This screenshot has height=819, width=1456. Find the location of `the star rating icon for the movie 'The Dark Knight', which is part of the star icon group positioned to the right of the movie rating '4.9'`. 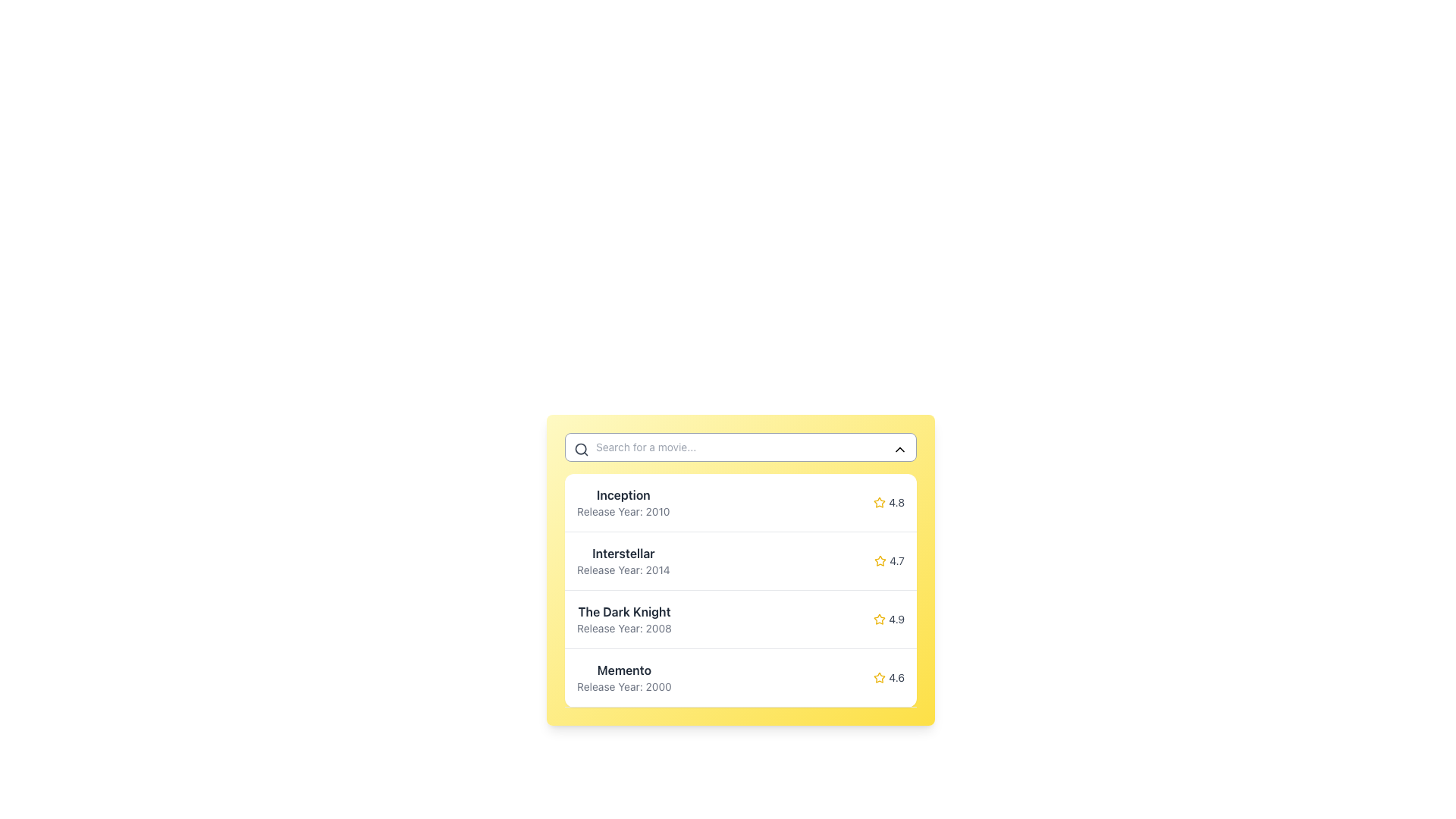

the star rating icon for the movie 'The Dark Knight', which is part of the star icon group positioned to the right of the movie rating '4.9' is located at coordinates (880, 619).